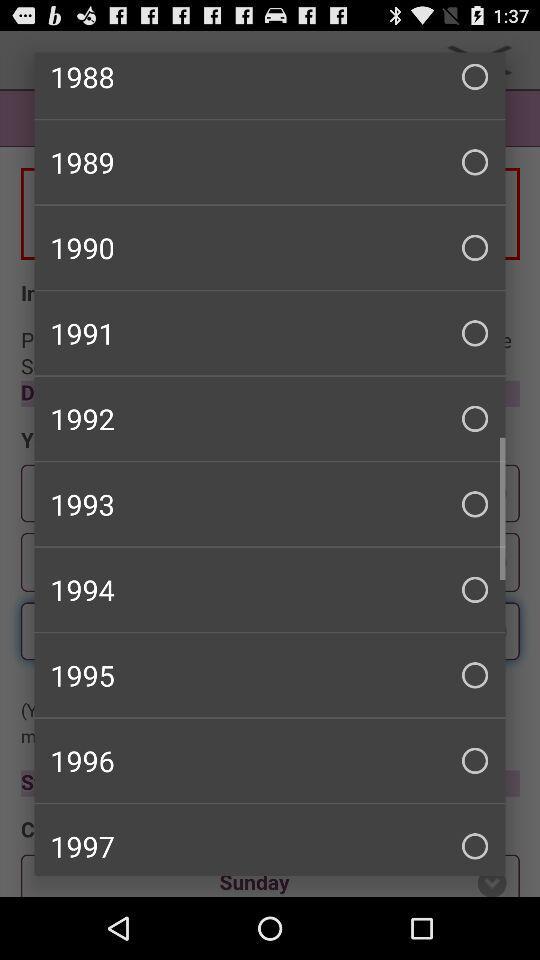  I want to click on icon above the 1992 item, so click(270, 333).